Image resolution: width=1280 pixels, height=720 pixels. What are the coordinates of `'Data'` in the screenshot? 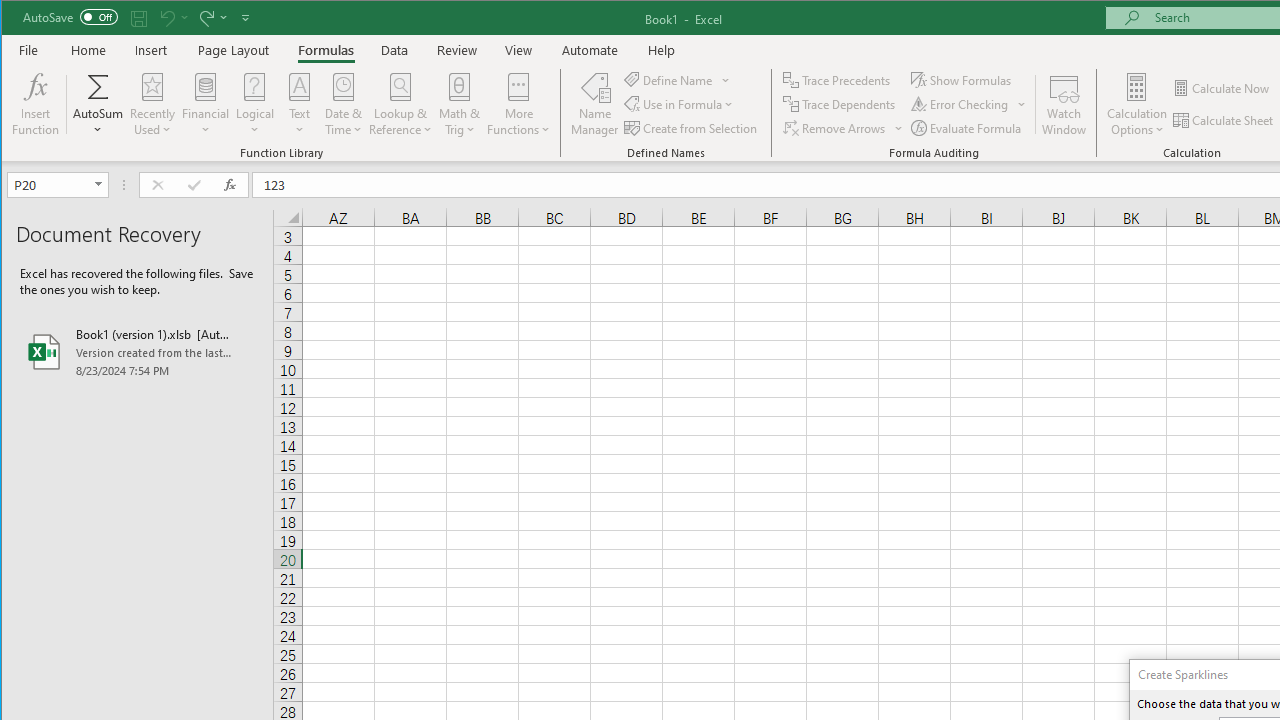 It's located at (395, 49).